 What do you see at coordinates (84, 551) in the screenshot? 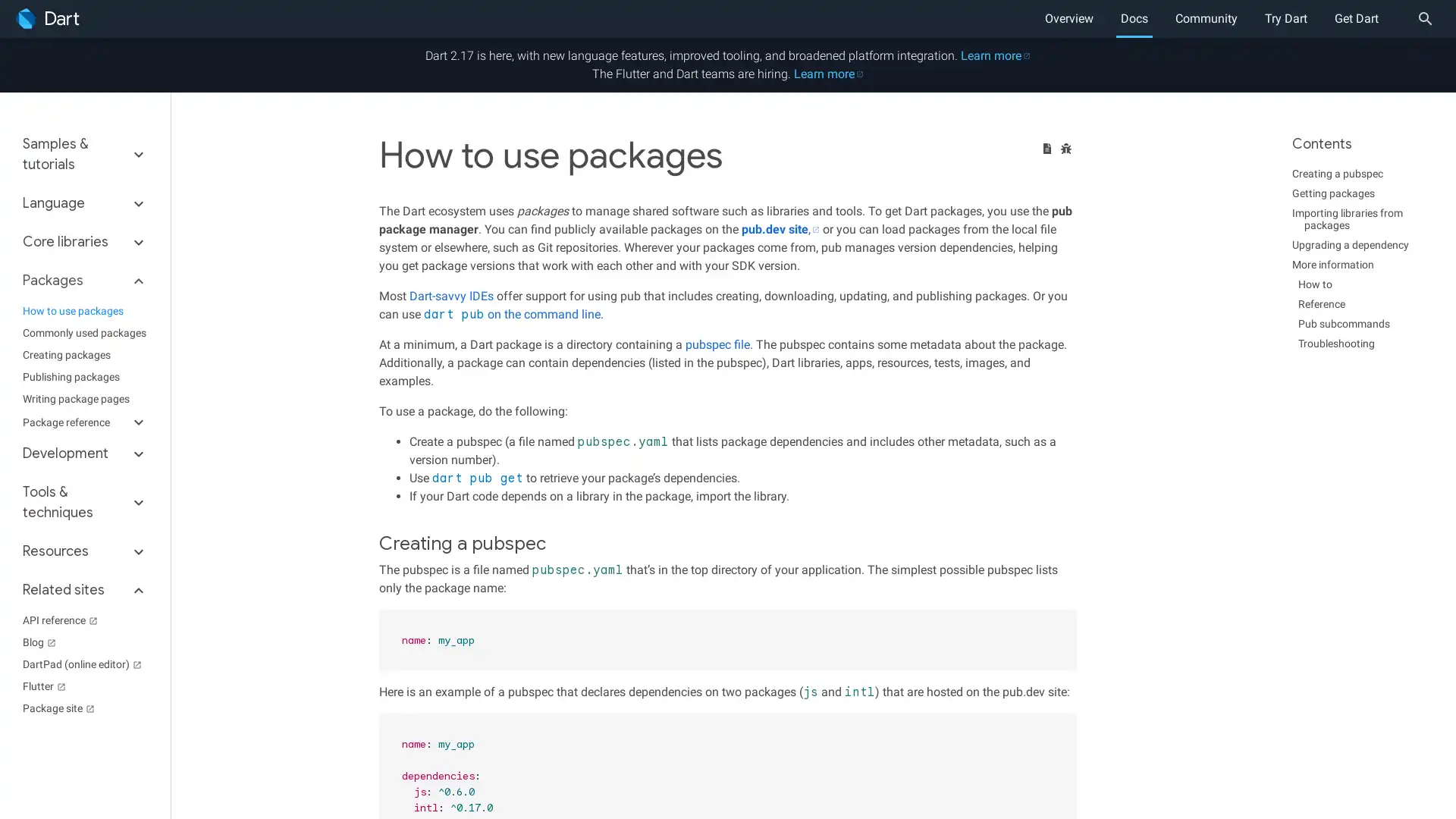
I see `Resources keyboard_arrow_down` at bounding box center [84, 551].